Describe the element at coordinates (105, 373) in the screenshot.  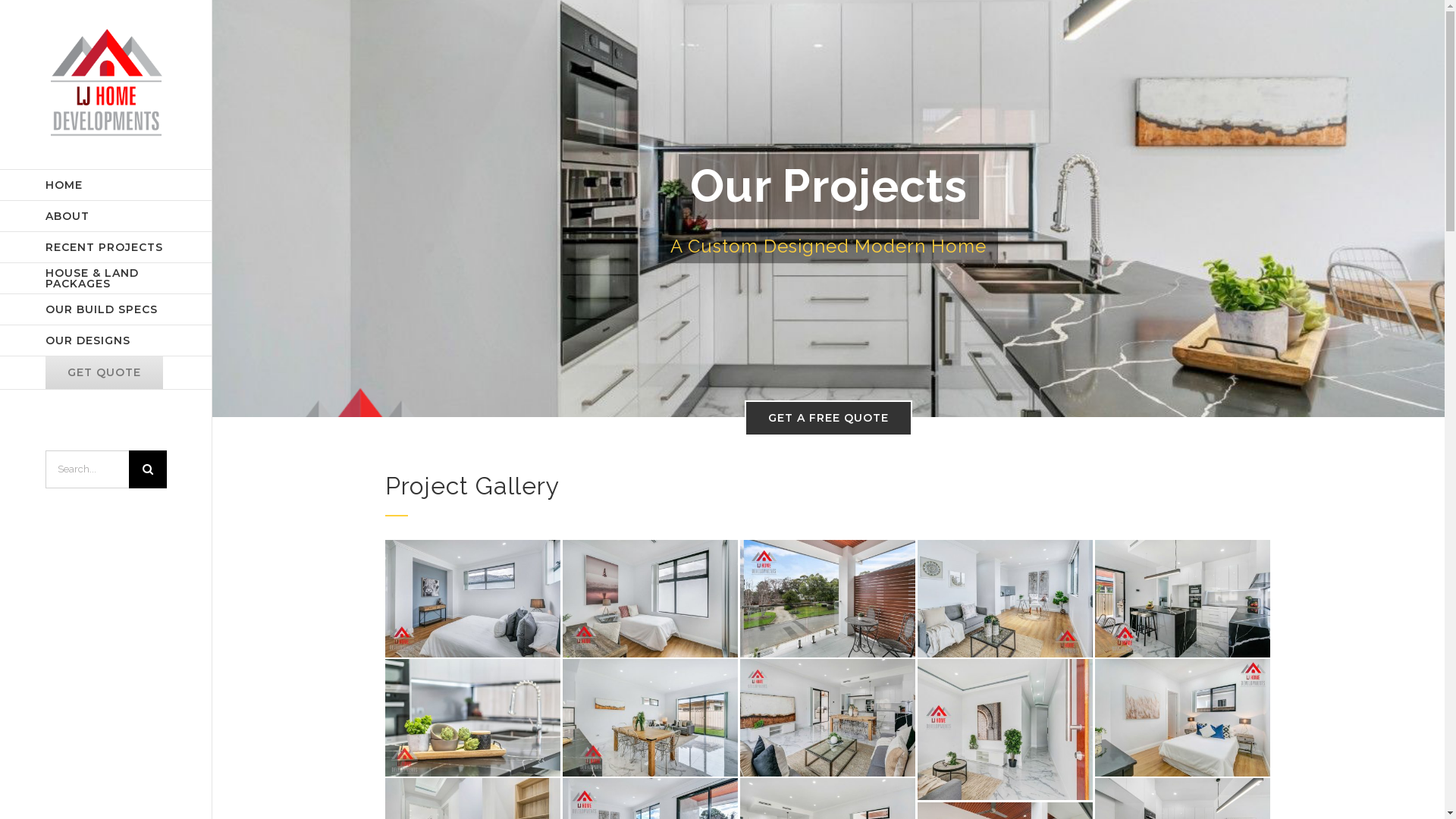
I see `'GET QUOTE'` at that location.